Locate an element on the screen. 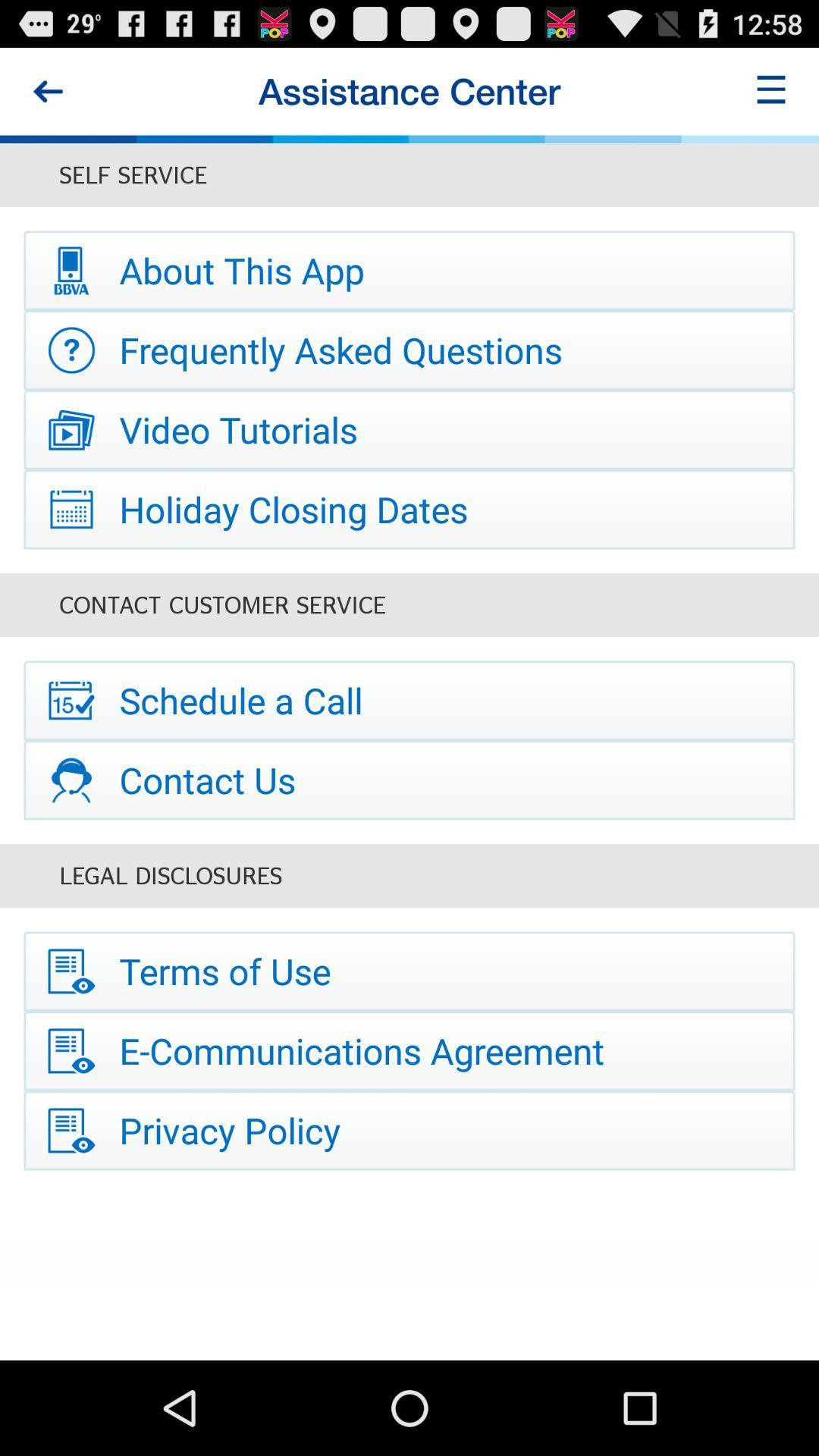 This screenshot has width=819, height=1456. the privacy policy item is located at coordinates (409, 1131).